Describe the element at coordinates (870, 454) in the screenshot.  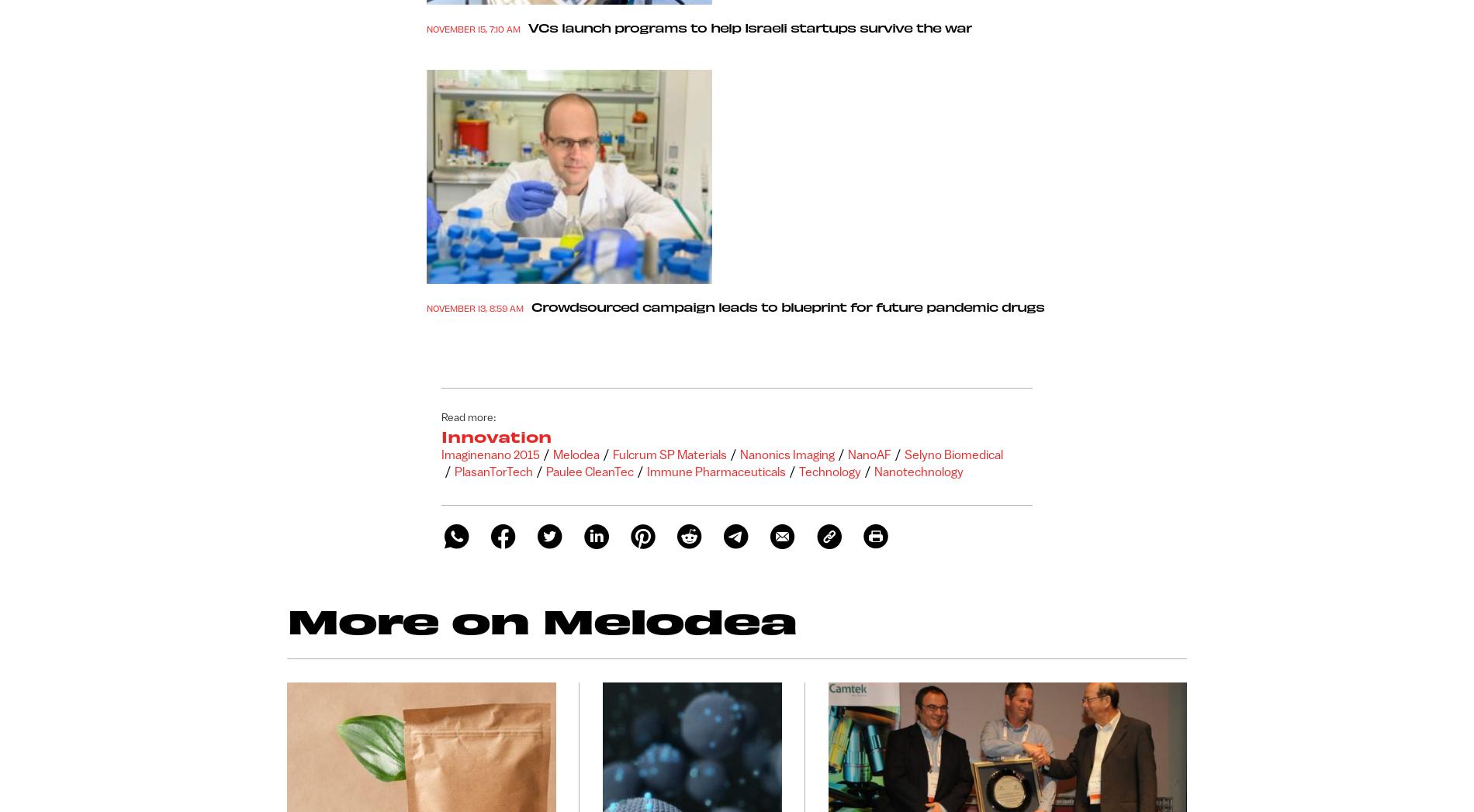
I see `'NanoAF'` at that location.